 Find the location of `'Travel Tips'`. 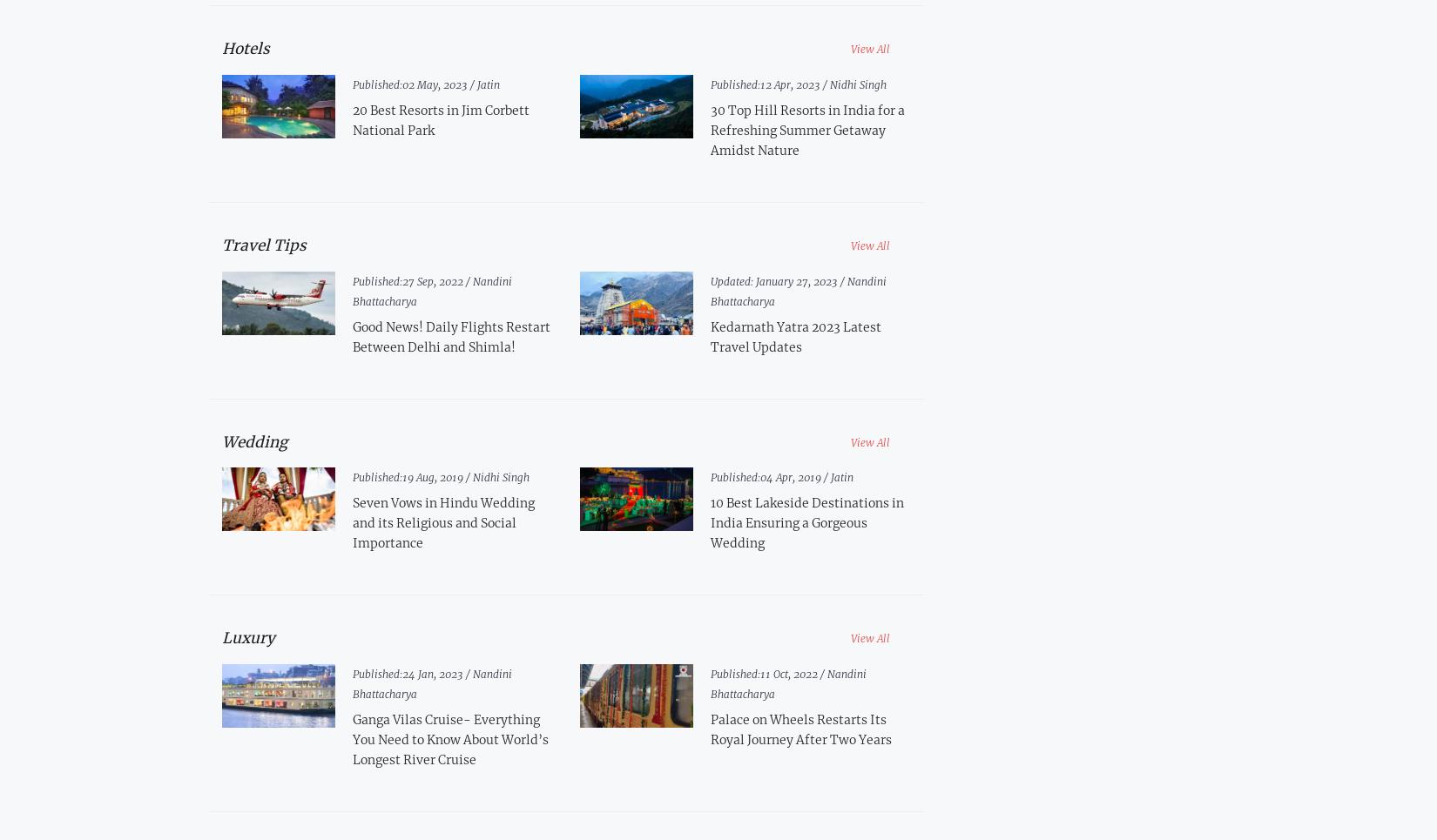

'Travel Tips' is located at coordinates (264, 245).